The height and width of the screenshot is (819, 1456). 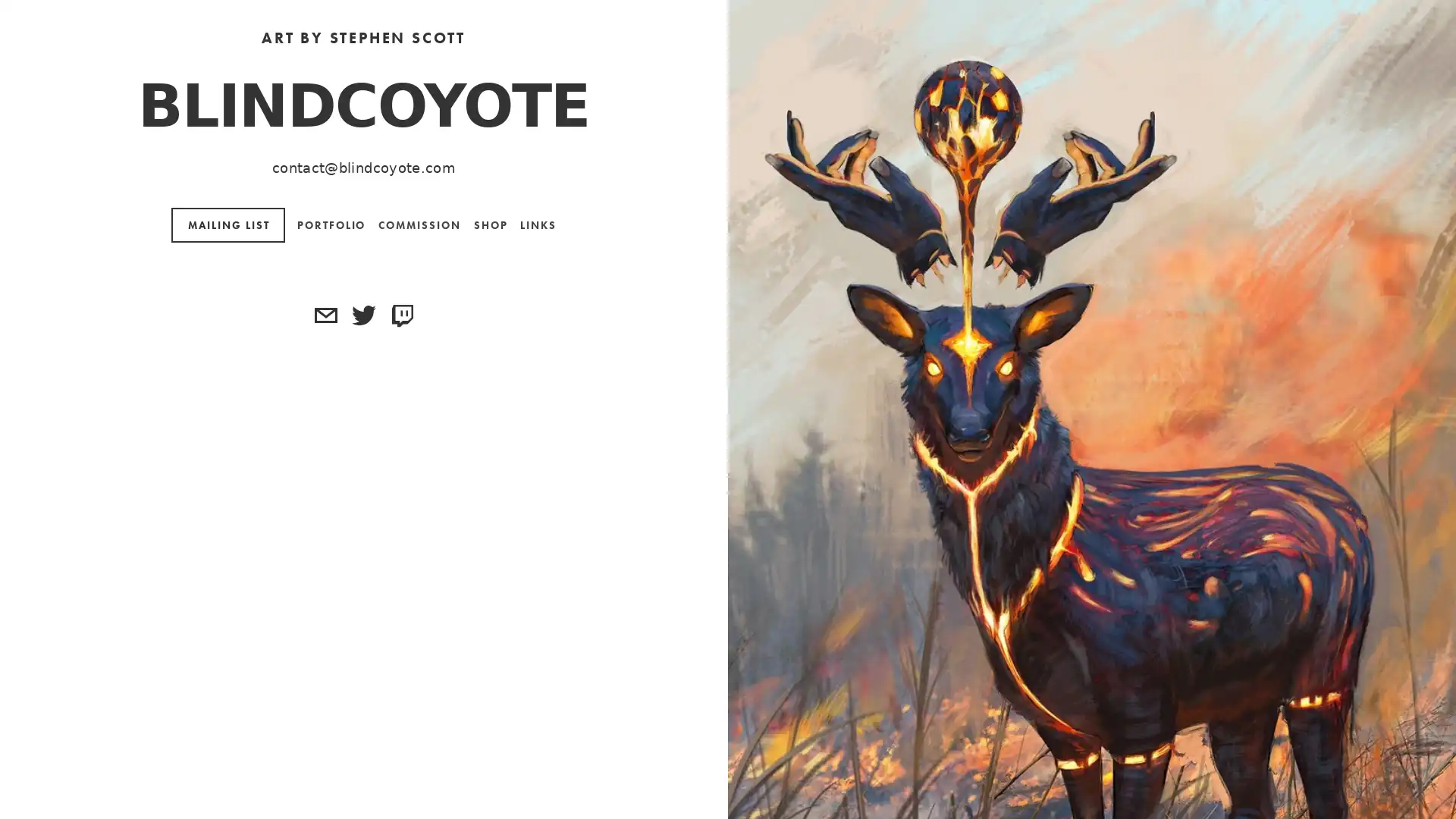 What do you see at coordinates (925, 135) in the screenshot?
I see `Close` at bounding box center [925, 135].